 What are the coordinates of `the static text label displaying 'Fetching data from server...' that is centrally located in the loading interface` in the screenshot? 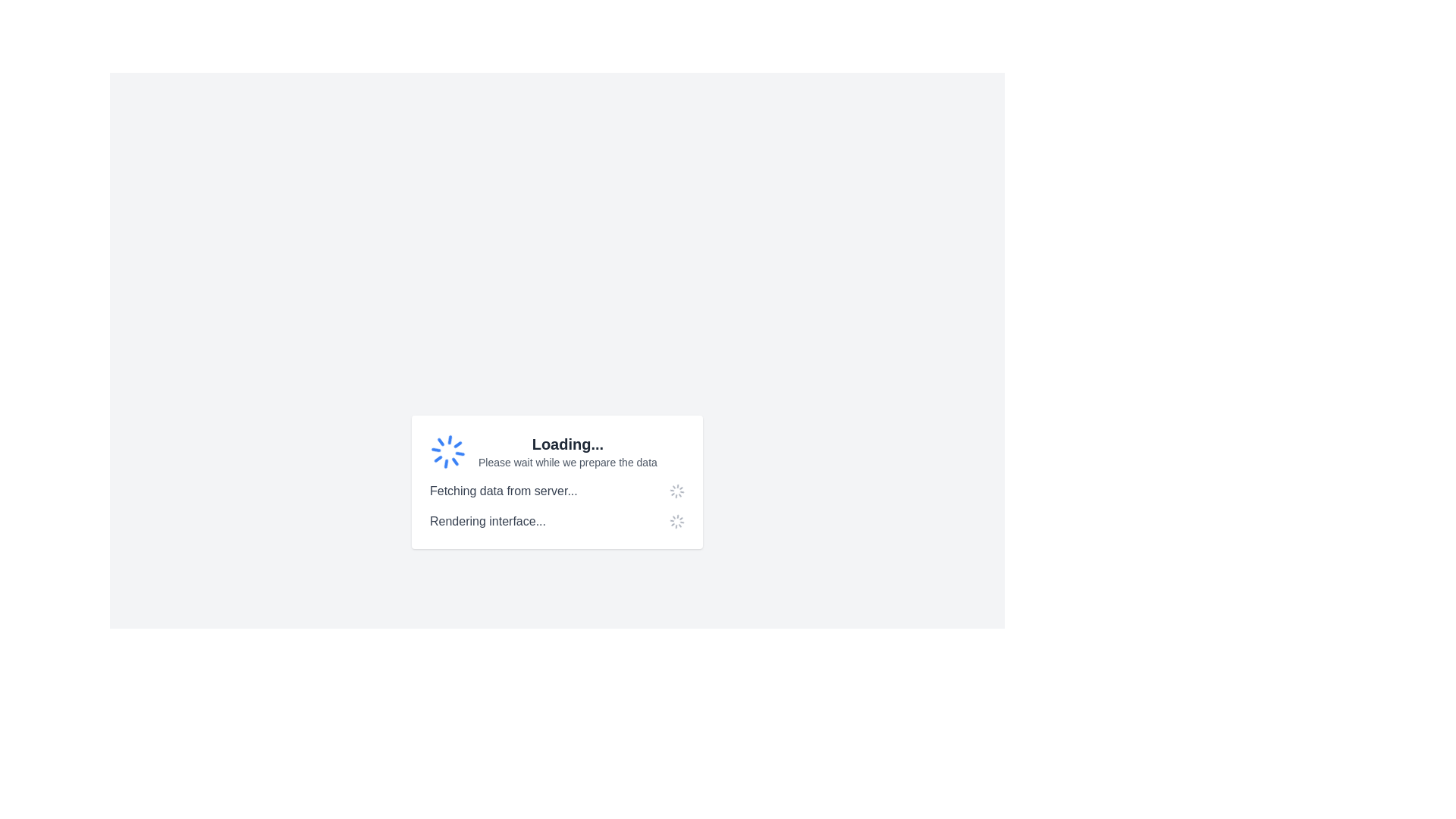 It's located at (504, 491).